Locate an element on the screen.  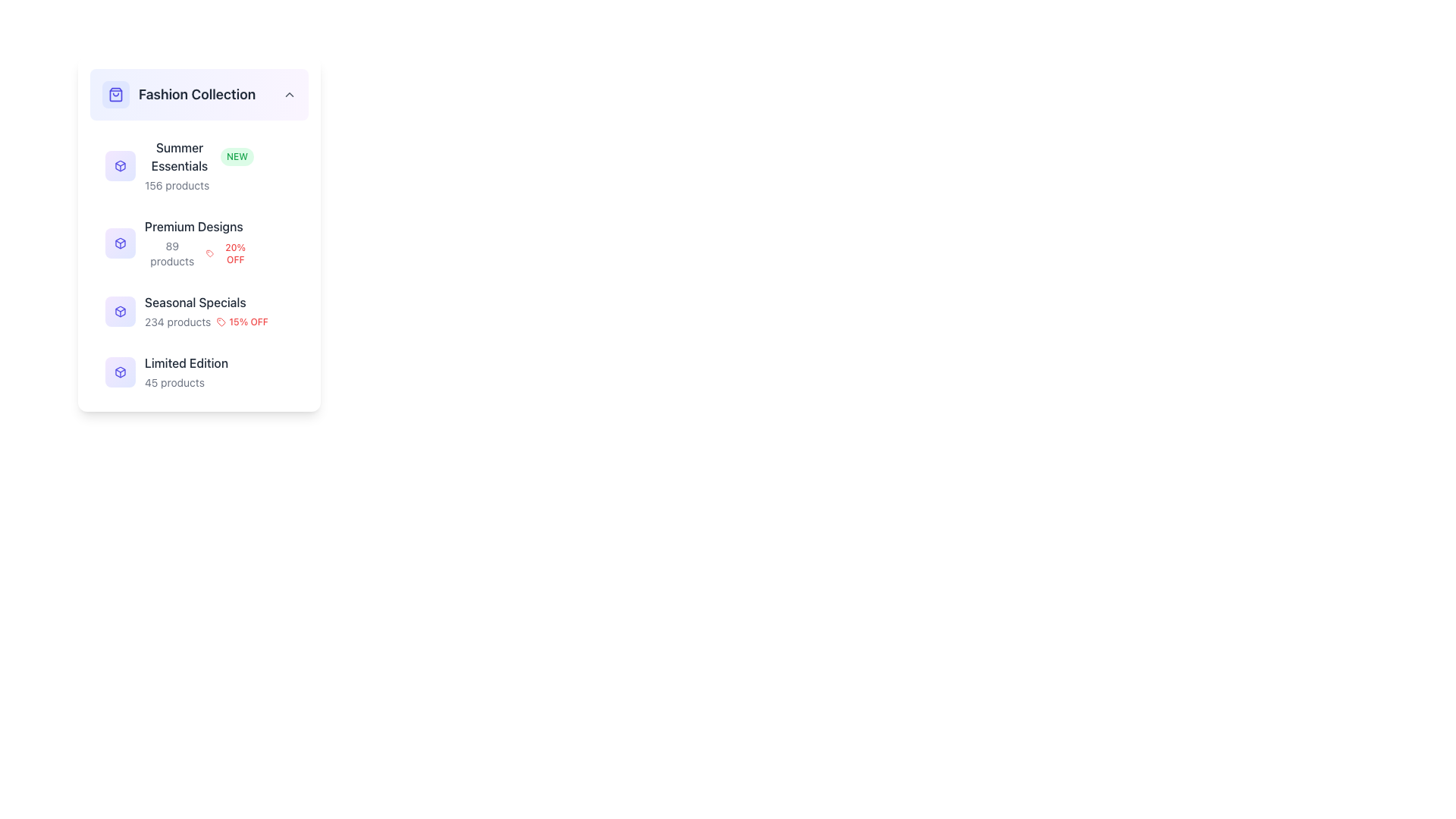
the 'Premium Designs' category list item, which is a rectangular panel with a white background, containing promotional text '20% OFF' in red color, positioned as the second item in a vertical list is located at coordinates (199, 234).